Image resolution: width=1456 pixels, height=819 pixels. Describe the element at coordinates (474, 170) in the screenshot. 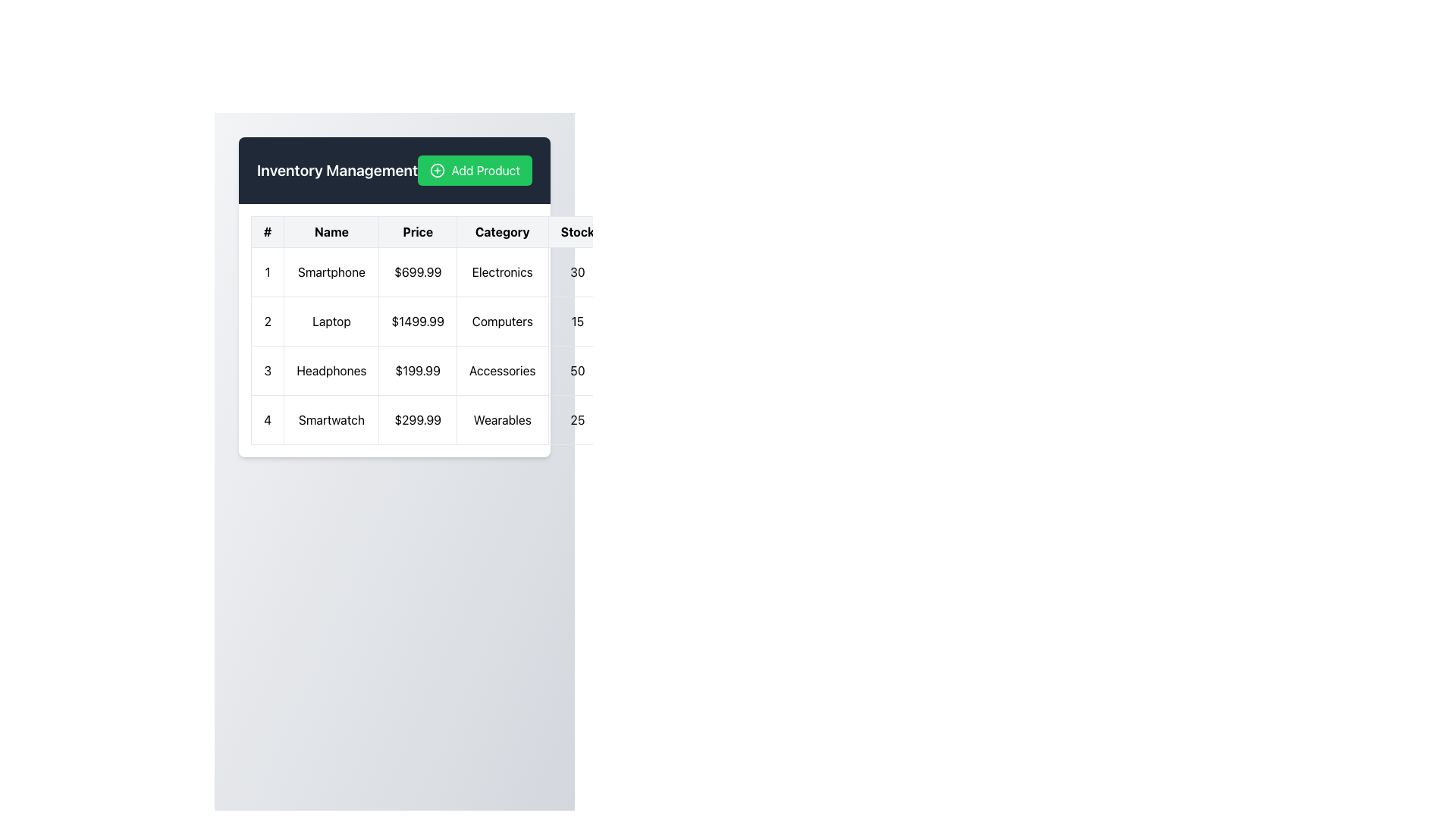

I see `the 'Add Product' button located on the right side of the inventory management section to initiate the product addition process` at that location.